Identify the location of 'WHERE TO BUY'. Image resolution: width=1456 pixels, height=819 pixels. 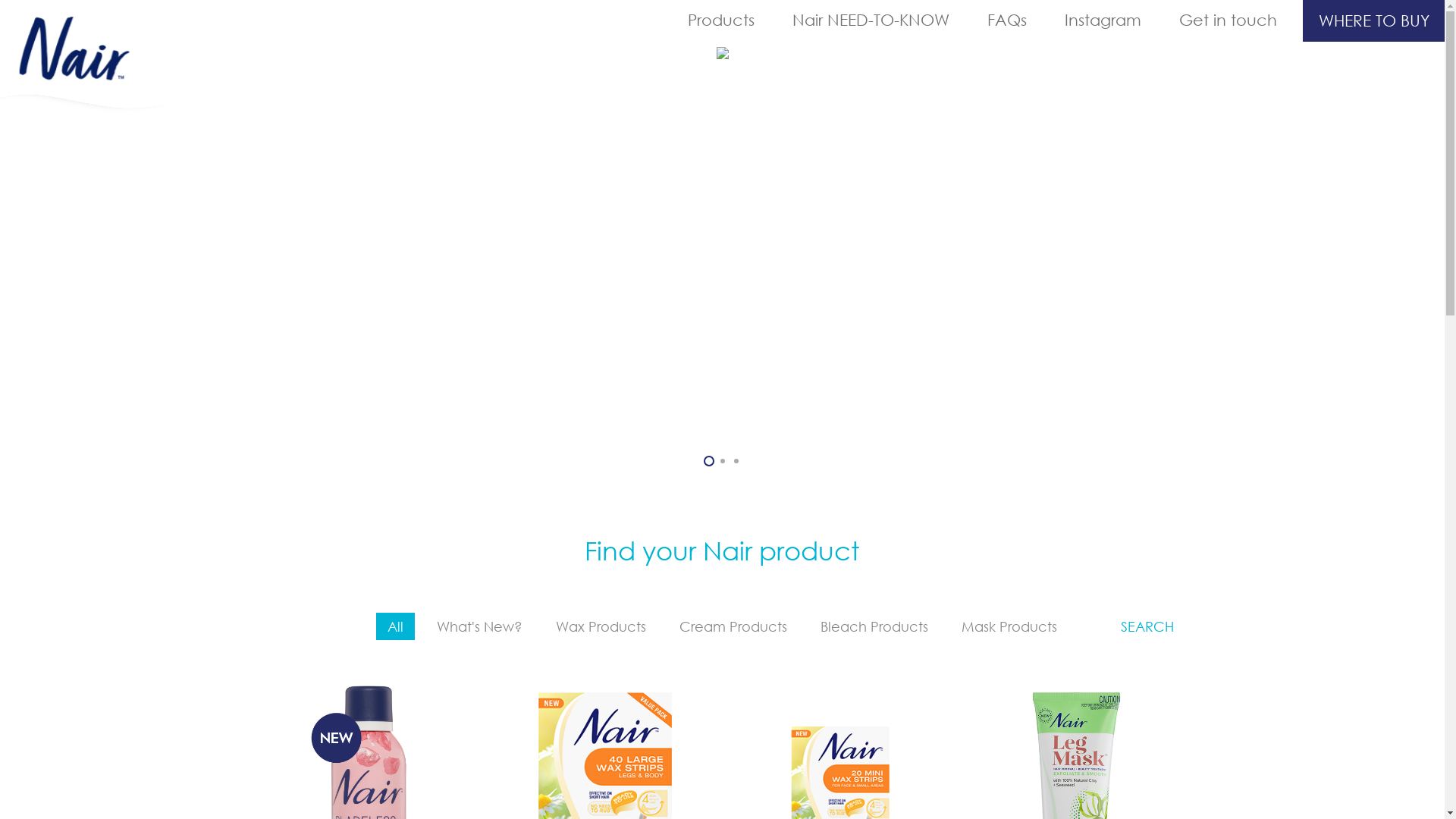
(1373, 20).